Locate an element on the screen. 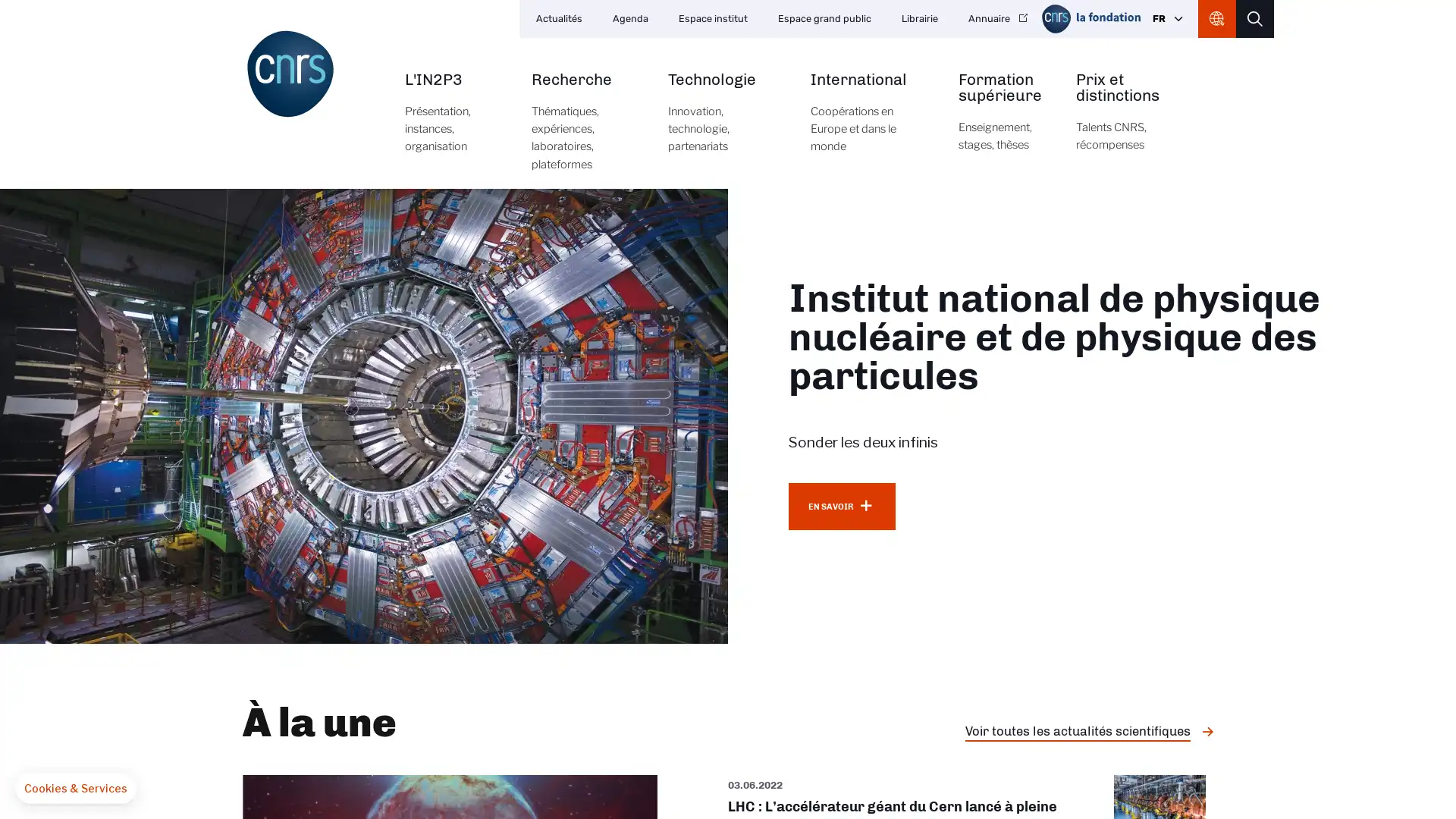 This screenshot has width=1456, height=819. Consentements certifies par is located at coordinates (174, 716).